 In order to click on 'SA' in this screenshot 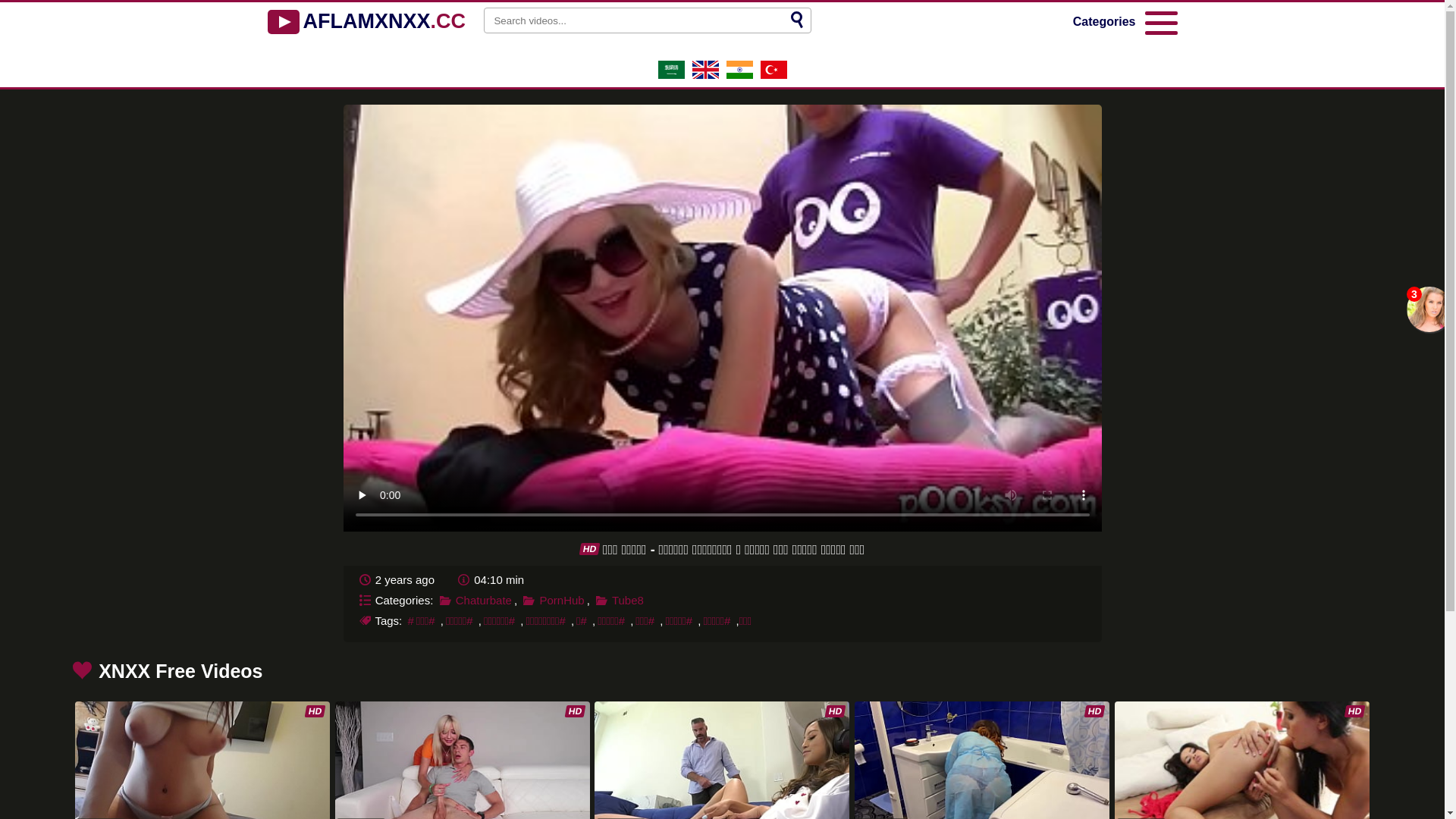, I will do `click(670, 74)`.